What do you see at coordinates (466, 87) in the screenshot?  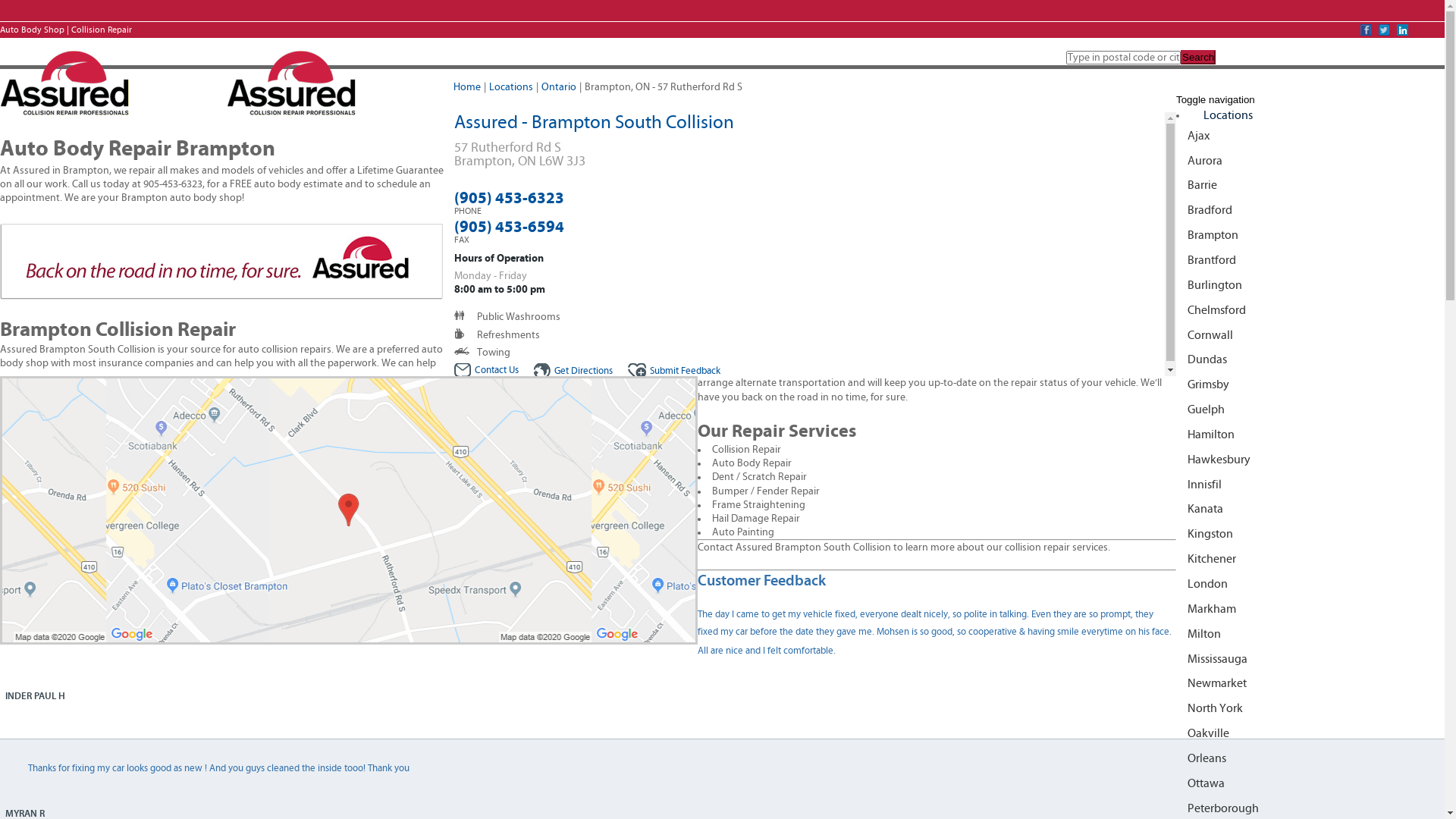 I see `'Home'` at bounding box center [466, 87].